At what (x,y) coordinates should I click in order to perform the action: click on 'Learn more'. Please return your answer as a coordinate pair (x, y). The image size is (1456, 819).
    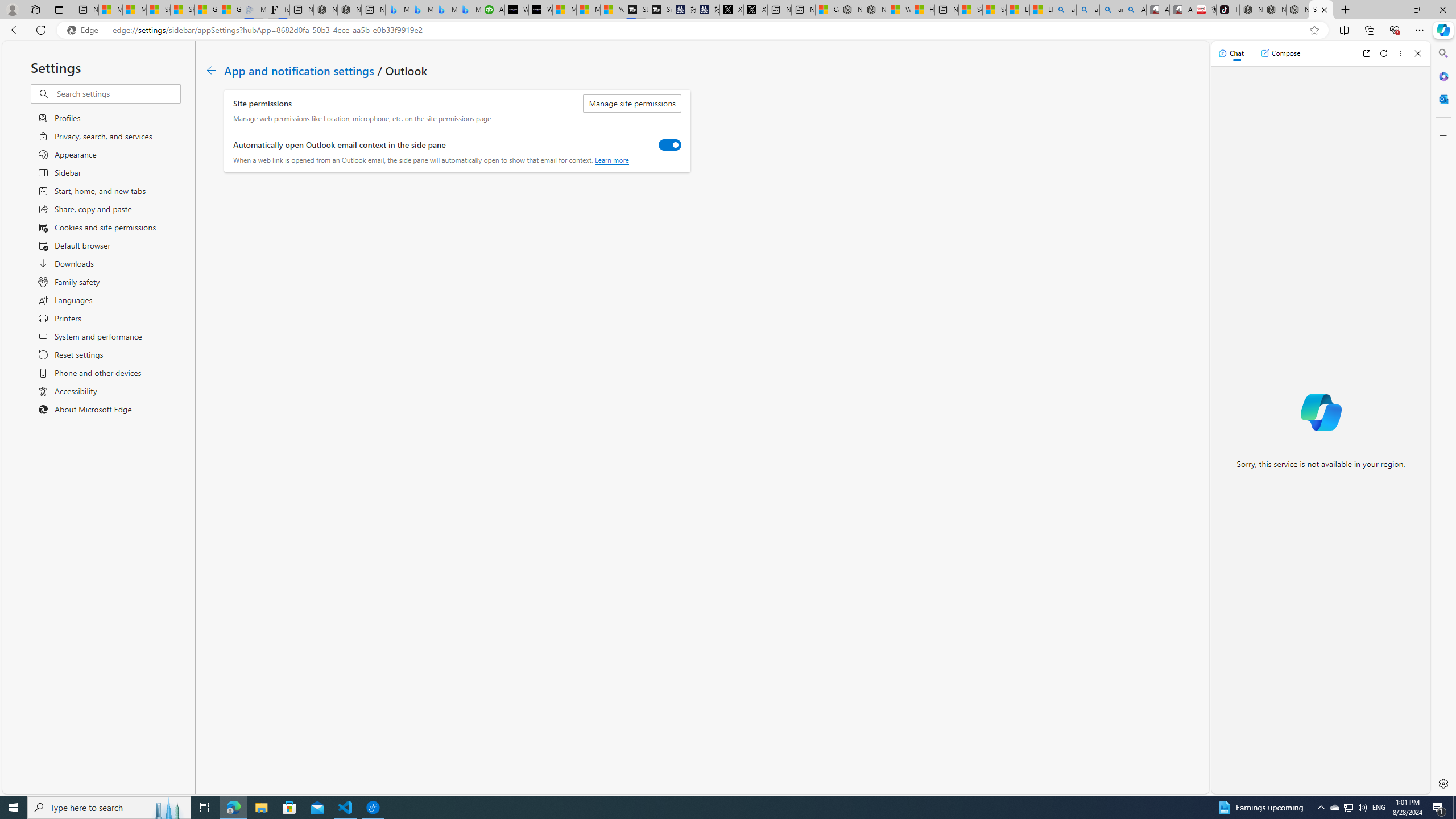
    Looking at the image, I should click on (611, 159).